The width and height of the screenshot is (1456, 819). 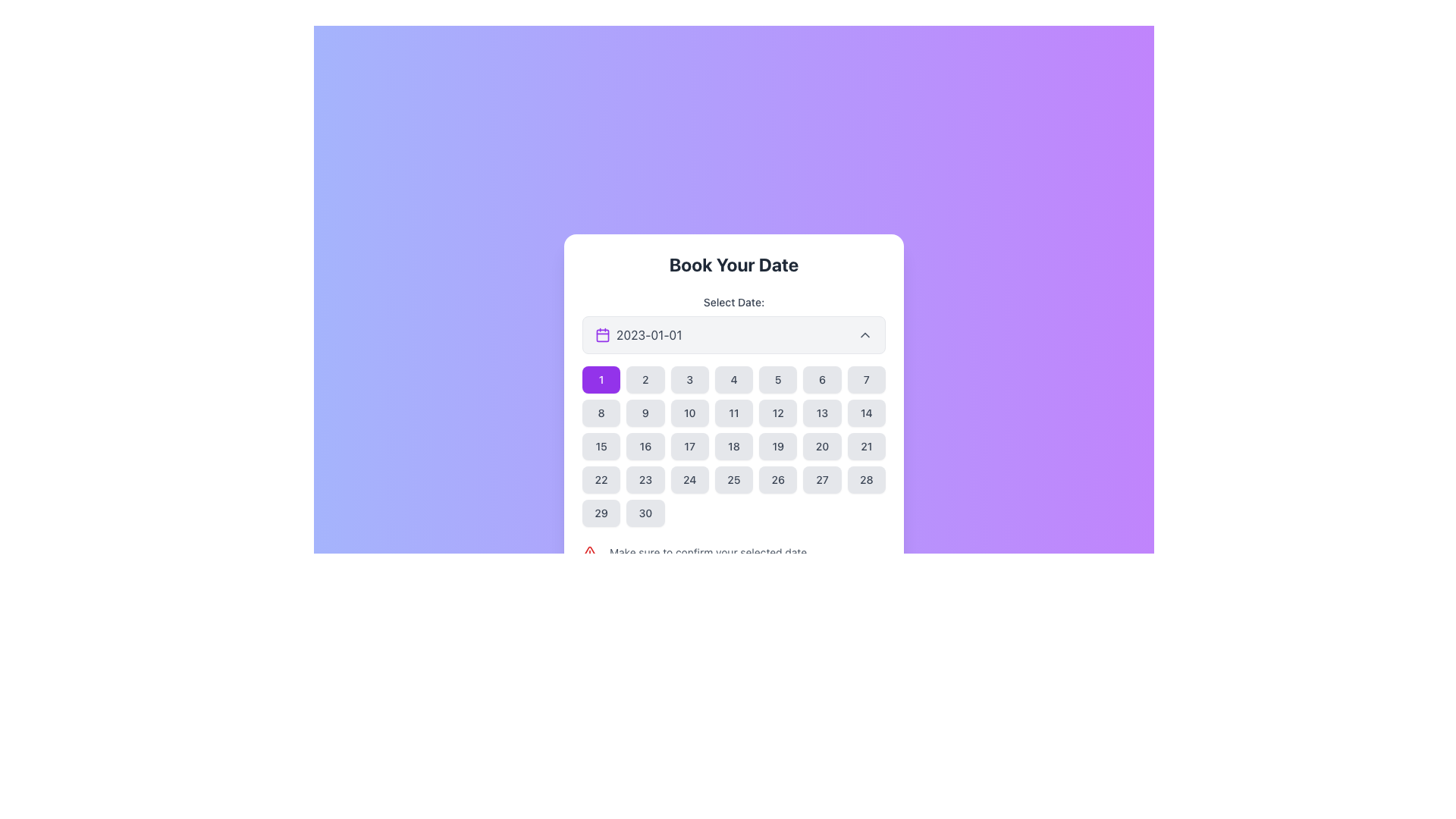 I want to click on the rectangular button displaying the number '26' in a medium-gray color, so click(x=778, y=479).